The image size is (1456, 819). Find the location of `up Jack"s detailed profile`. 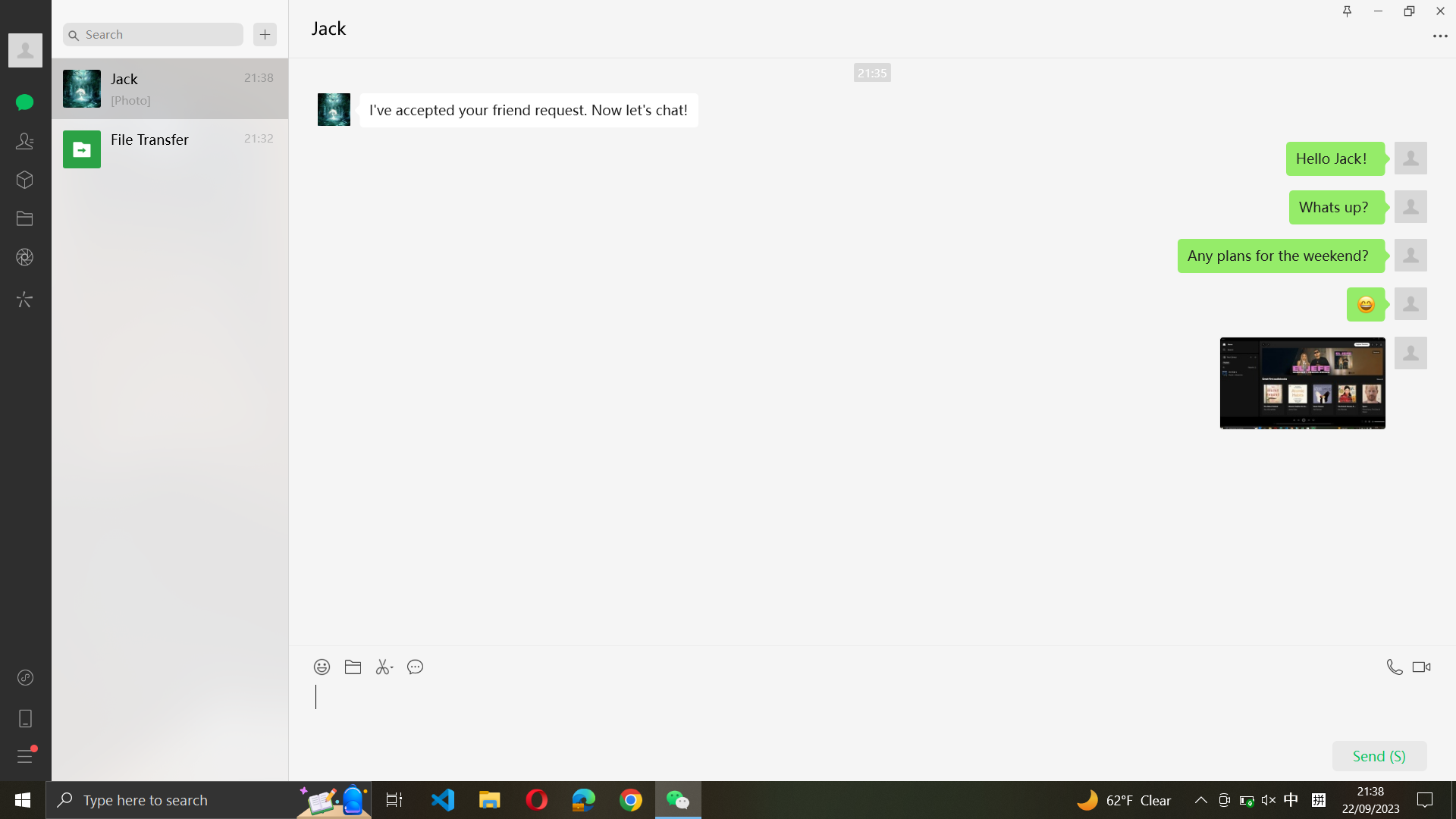

up Jack"s detailed profile is located at coordinates (25, 52).